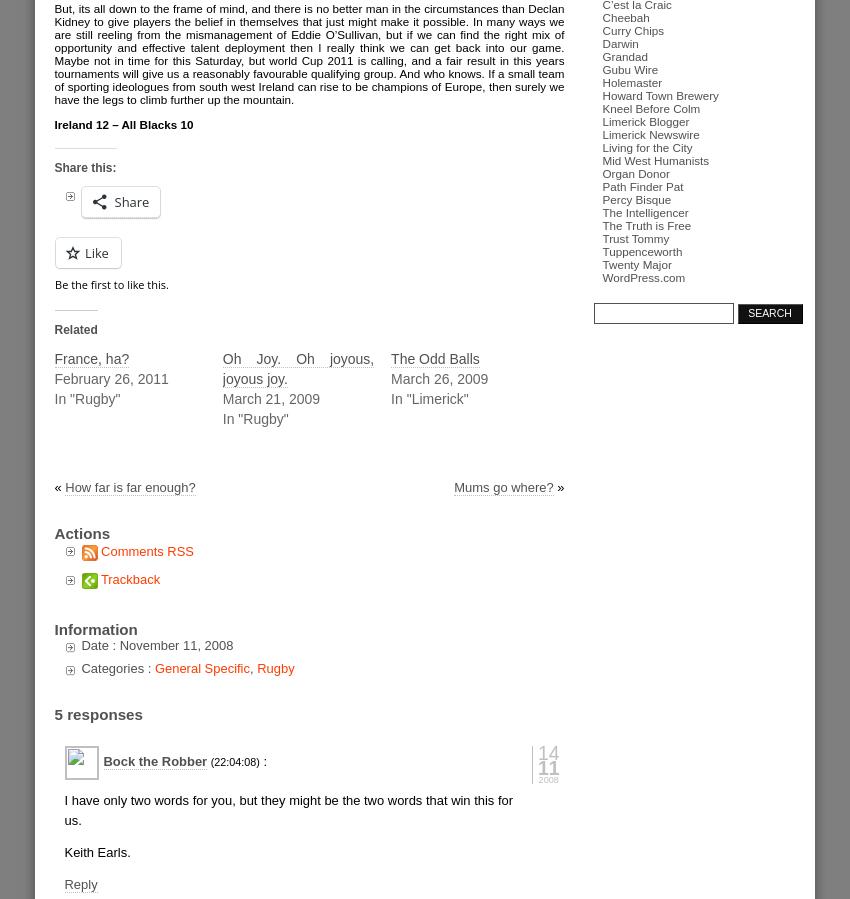  What do you see at coordinates (94, 628) in the screenshot?
I see `'Information'` at bounding box center [94, 628].